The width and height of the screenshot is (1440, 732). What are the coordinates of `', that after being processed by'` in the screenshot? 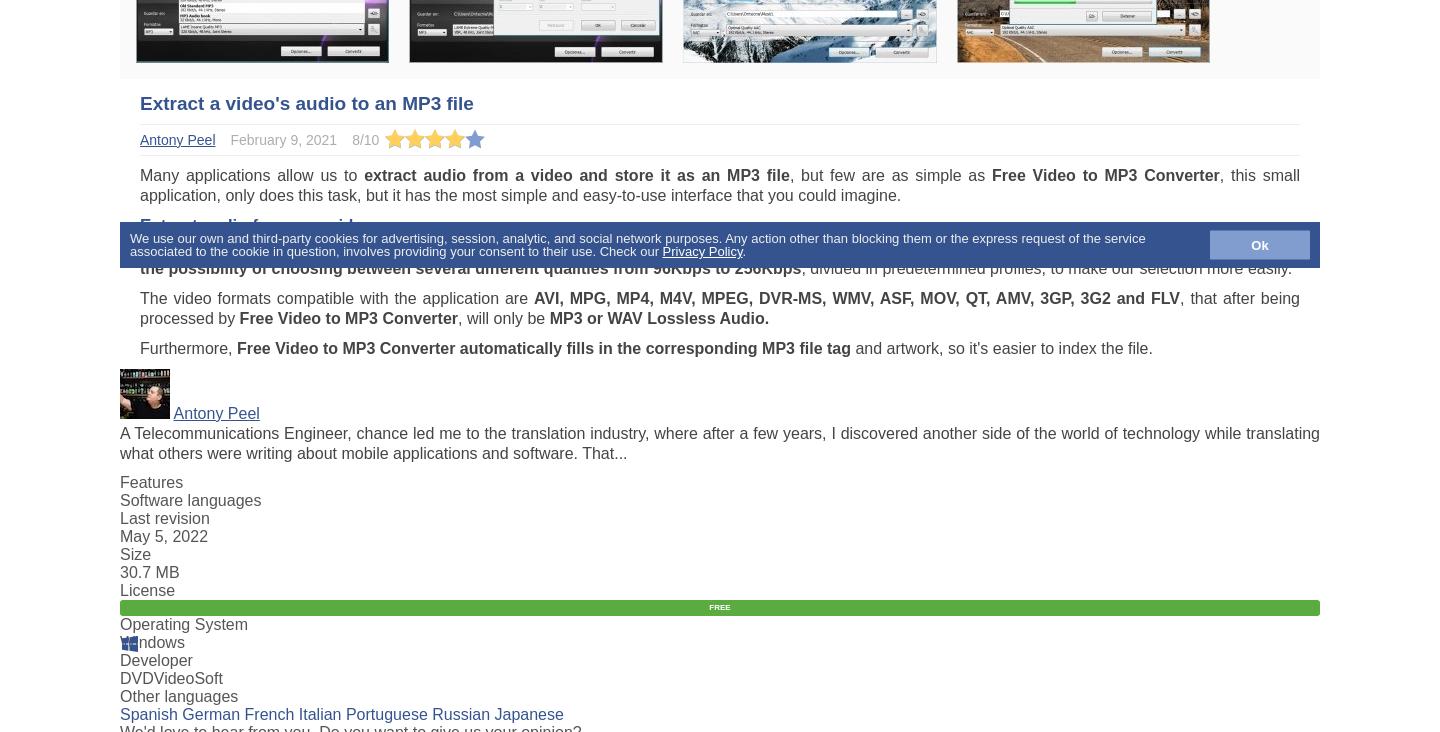 It's located at (138, 308).